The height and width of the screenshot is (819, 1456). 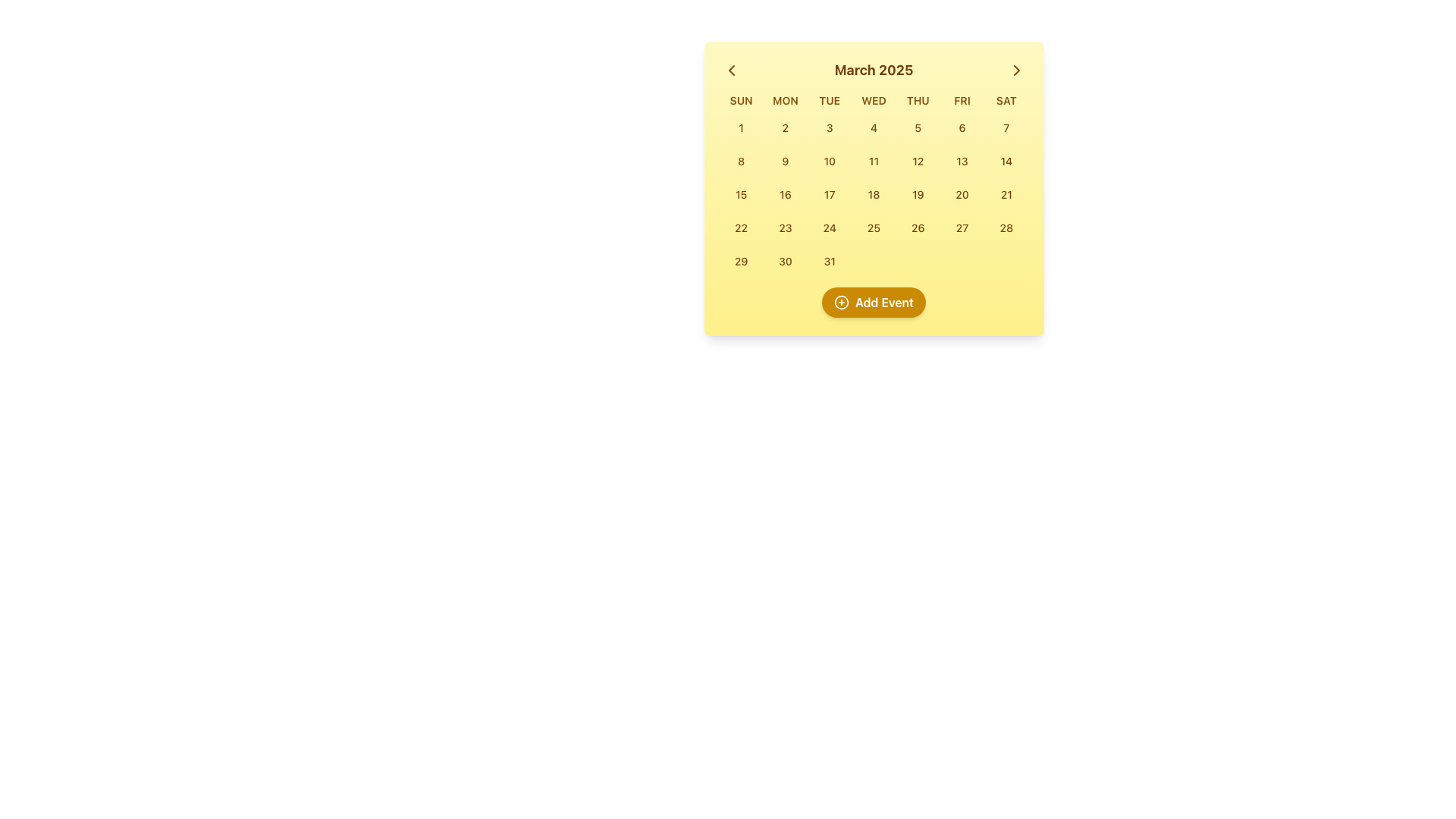 What do you see at coordinates (874, 193) in the screenshot?
I see `the bold text '18' displayed within the calendar grid` at bounding box center [874, 193].